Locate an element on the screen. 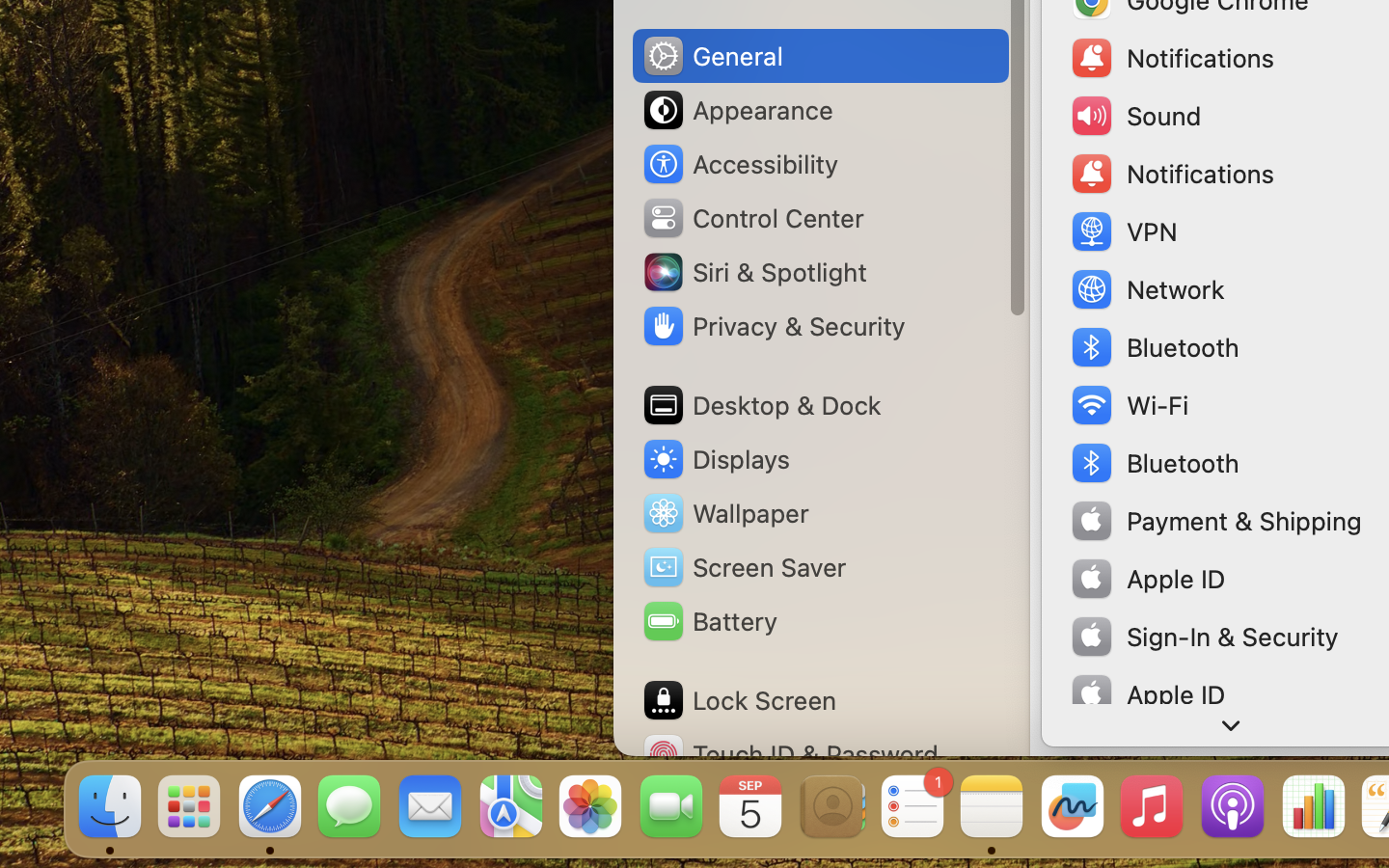 Image resolution: width=1389 pixels, height=868 pixels. 'Wallpaper' is located at coordinates (722, 511).